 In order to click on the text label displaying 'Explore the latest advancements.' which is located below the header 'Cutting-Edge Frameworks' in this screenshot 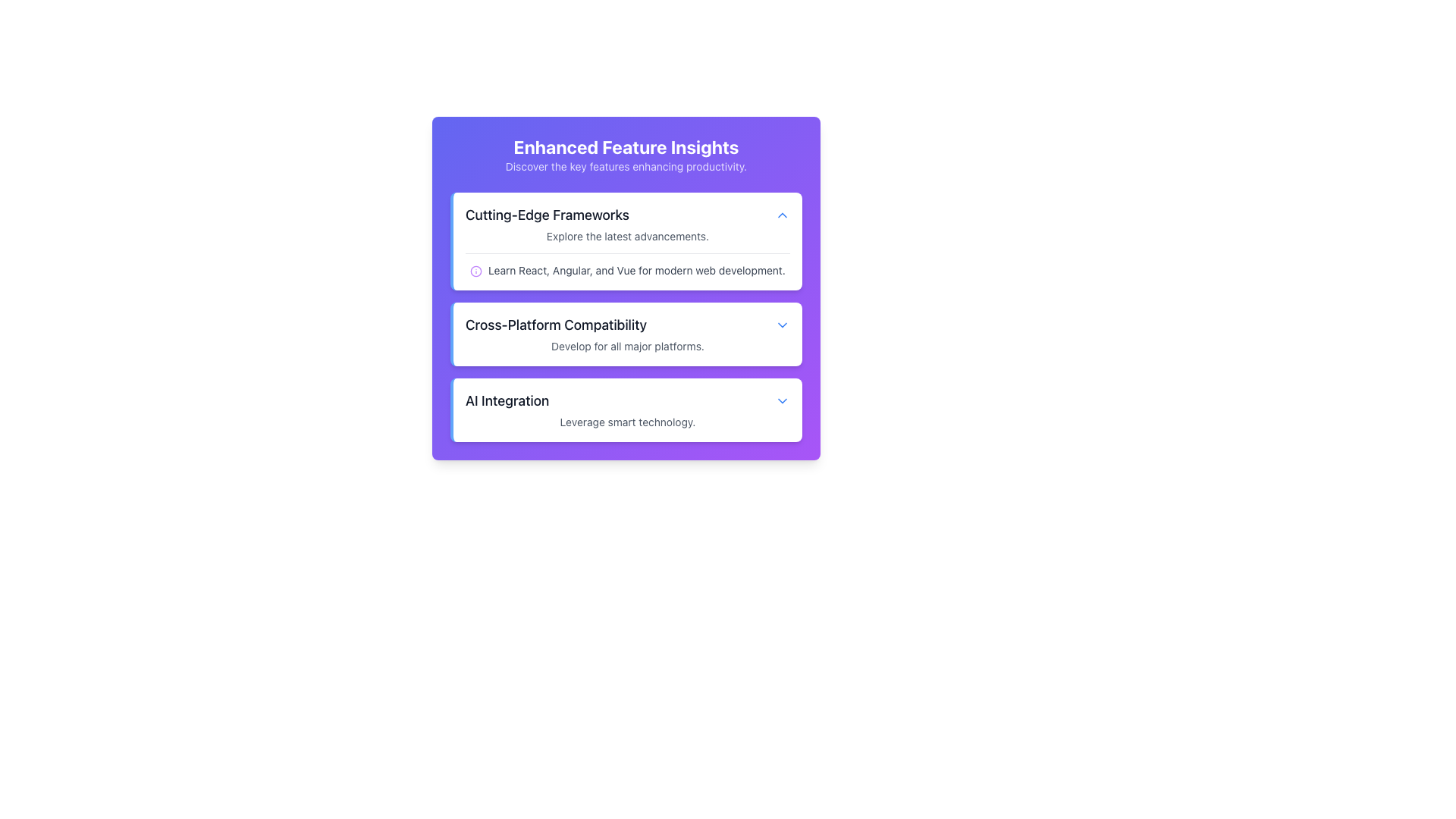, I will do `click(628, 237)`.